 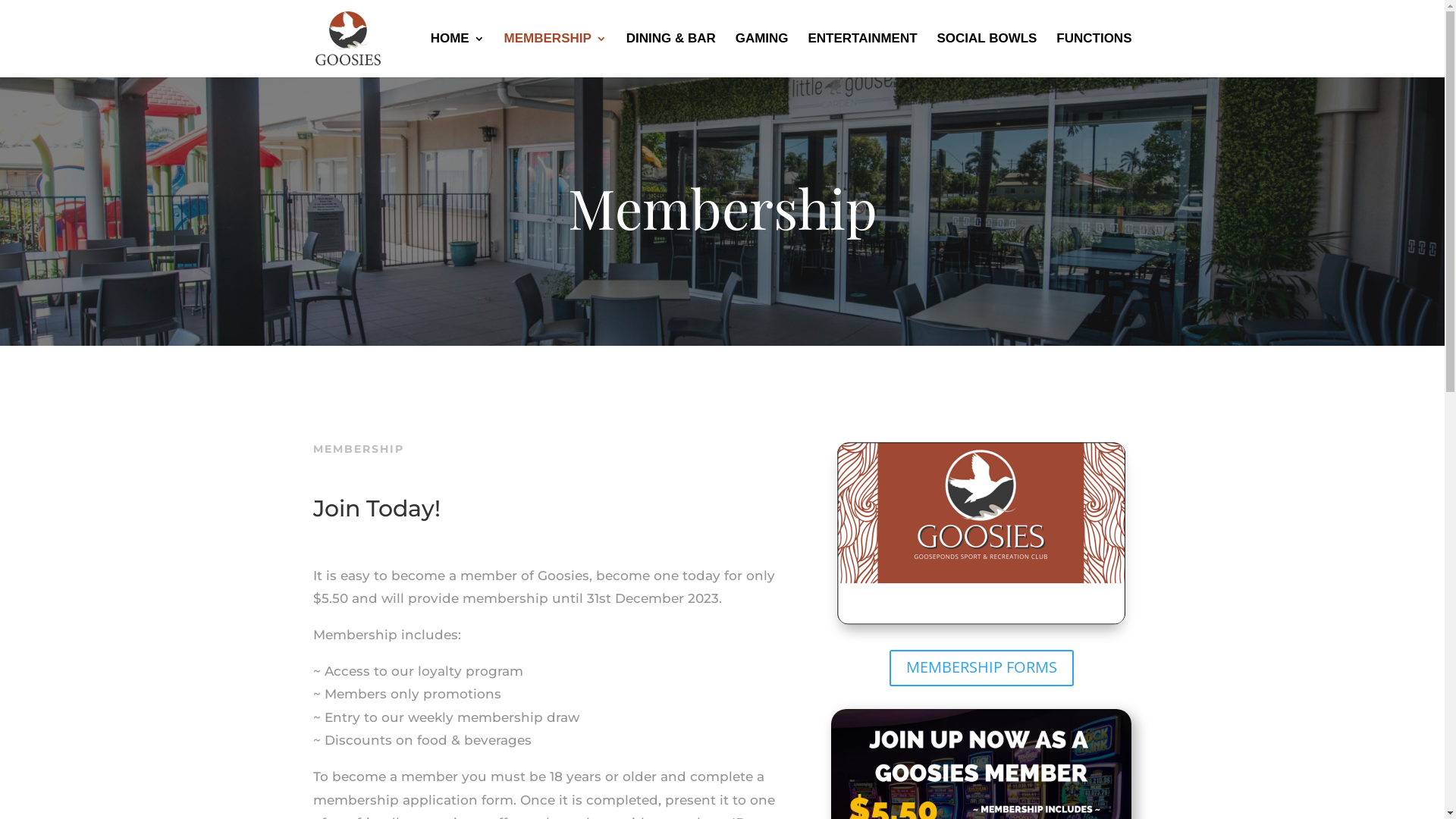 What do you see at coordinates (1094, 55) in the screenshot?
I see `'FUNCTIONS'` at bounding box center [1094, 55].